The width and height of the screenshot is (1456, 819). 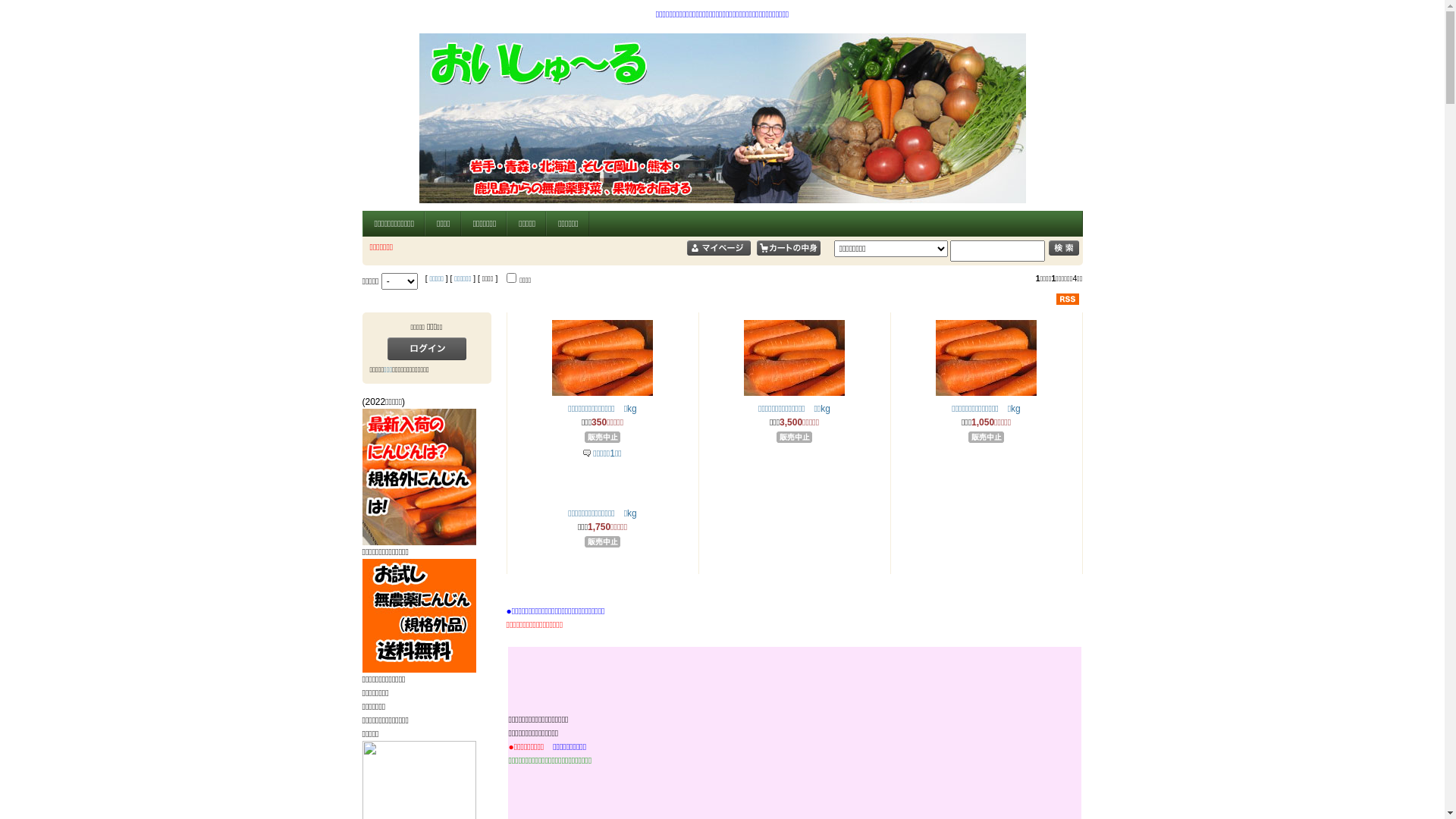 I want to click on '1', so click(x=511, y=278).